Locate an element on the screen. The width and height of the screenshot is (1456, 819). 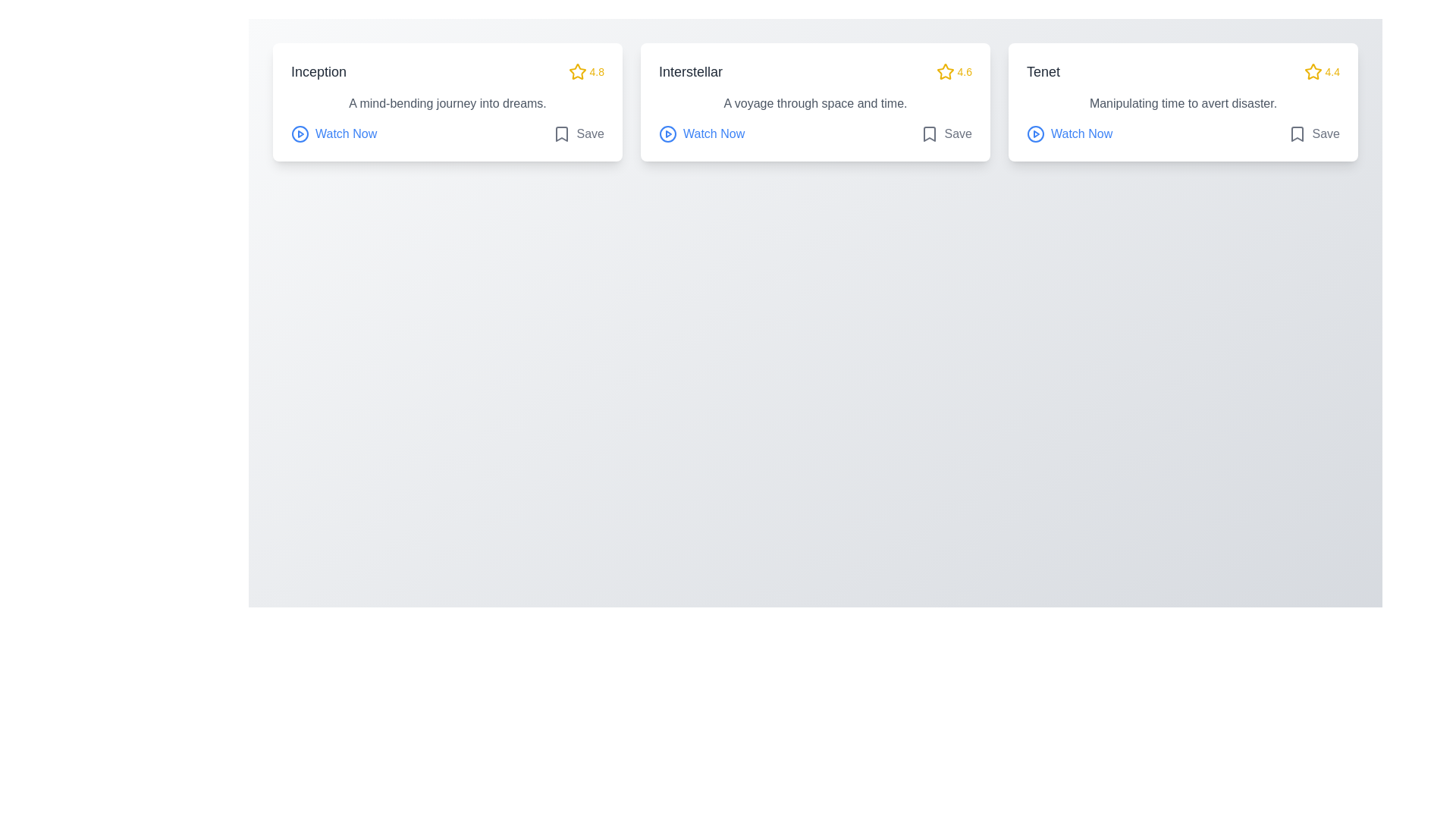
the header text 'Inception' located at the upper-left corner of its card to identify the card's content is located at coordinates (318, 72).